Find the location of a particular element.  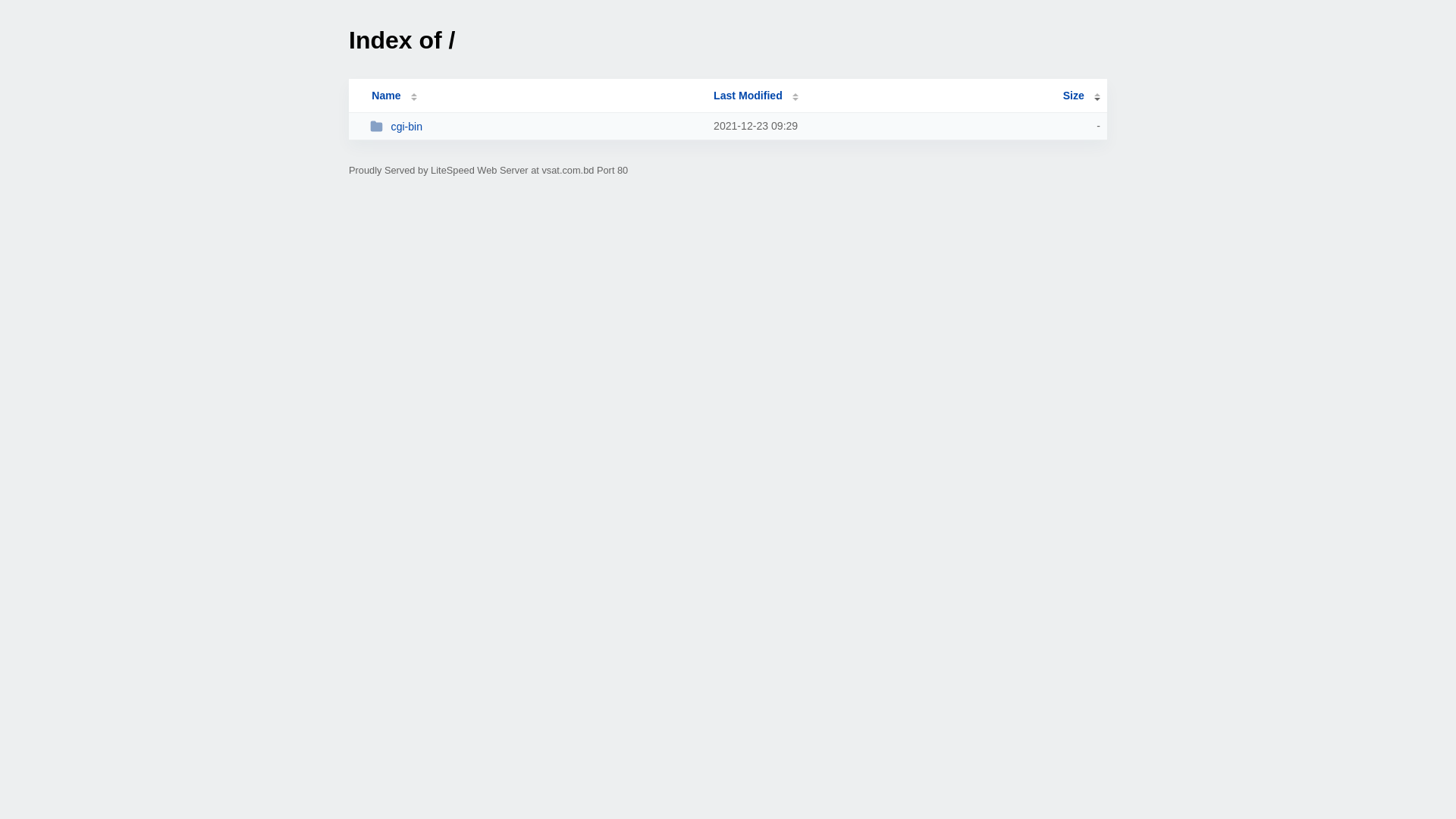

'cgi-bin' is located at coordinates (370, 125).